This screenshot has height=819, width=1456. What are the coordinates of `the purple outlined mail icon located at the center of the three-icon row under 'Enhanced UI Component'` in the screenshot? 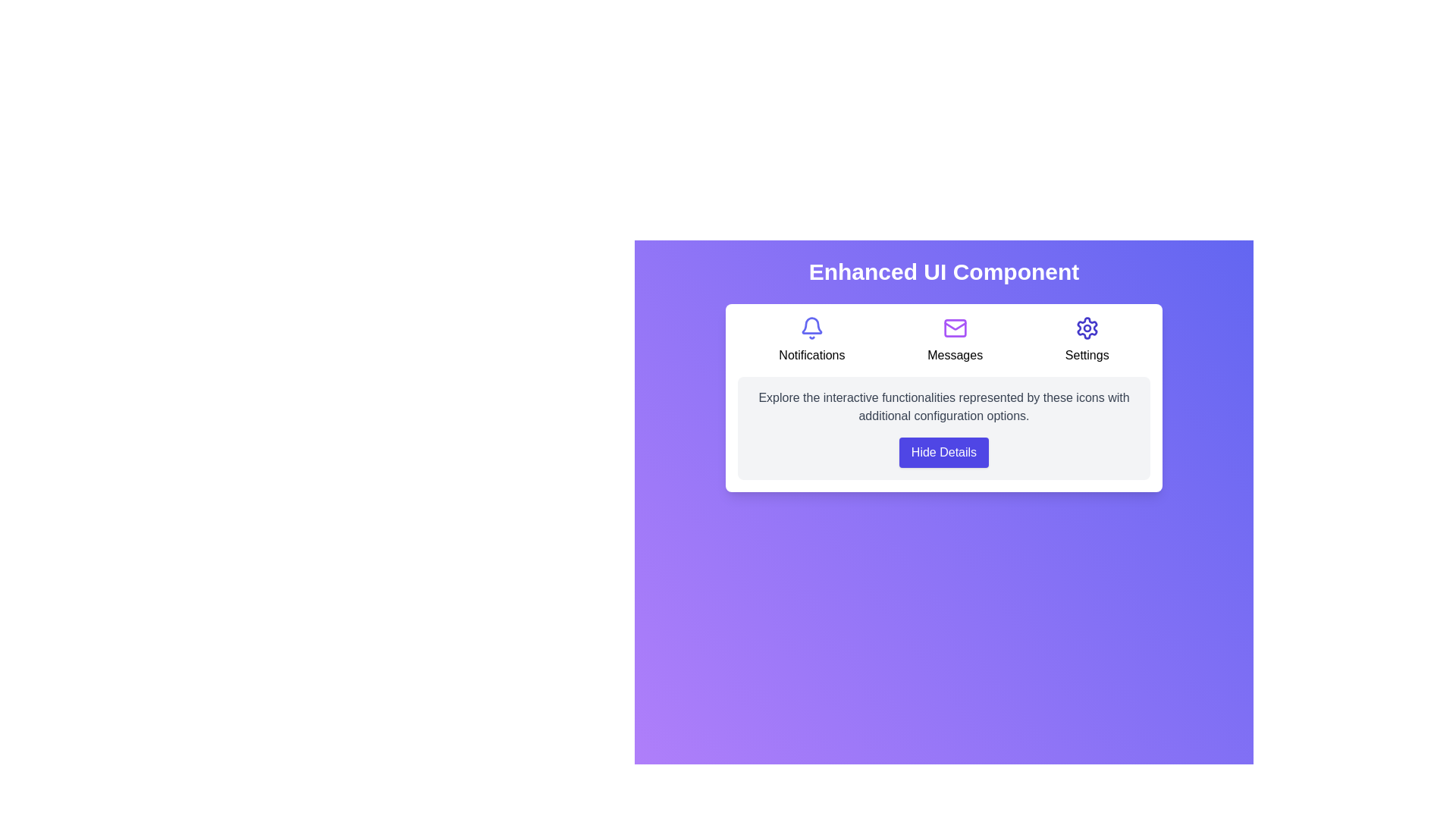 It's located at (954, 327).